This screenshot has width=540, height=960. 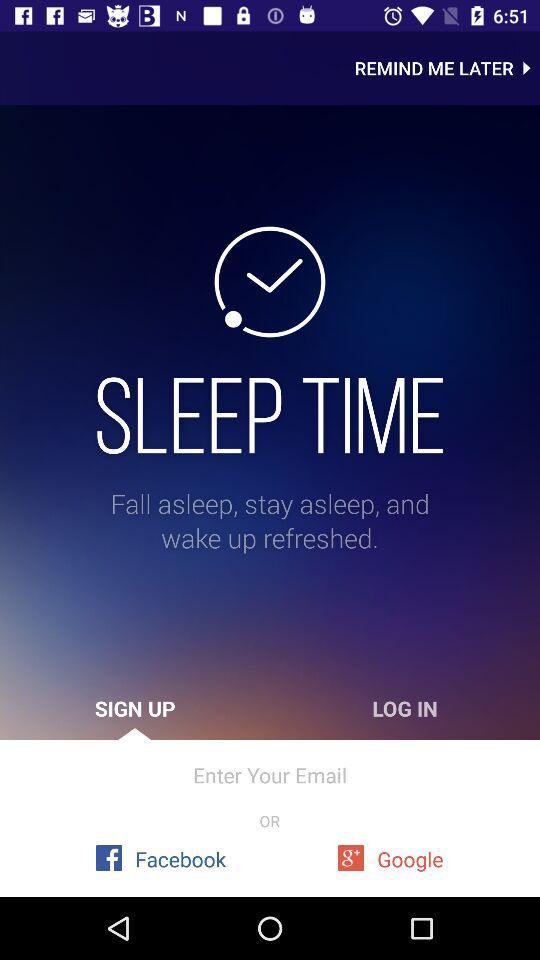 I want to click on the remind me later icon, so click(x=447, y=68).